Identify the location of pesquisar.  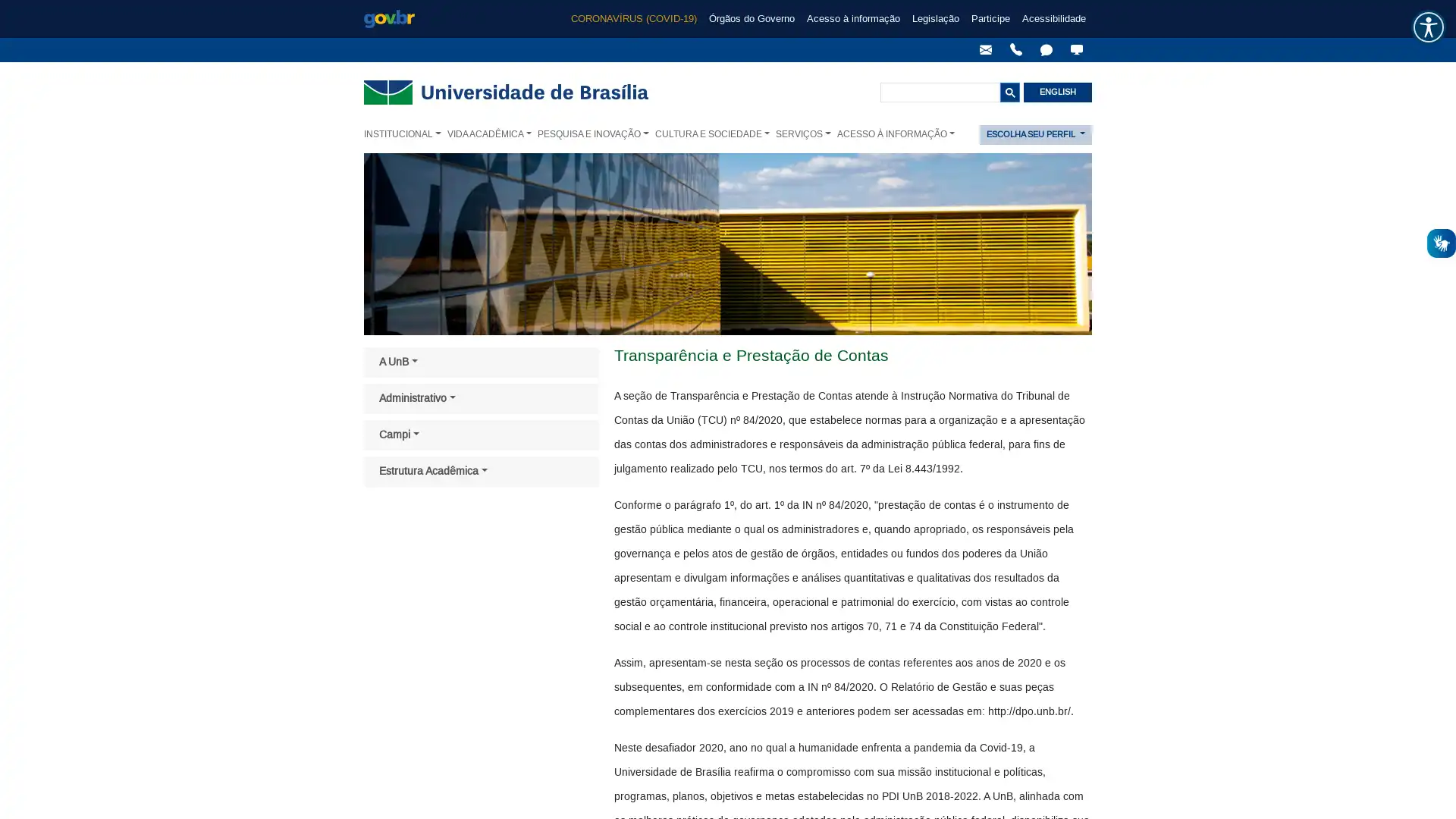
(1010, 93).